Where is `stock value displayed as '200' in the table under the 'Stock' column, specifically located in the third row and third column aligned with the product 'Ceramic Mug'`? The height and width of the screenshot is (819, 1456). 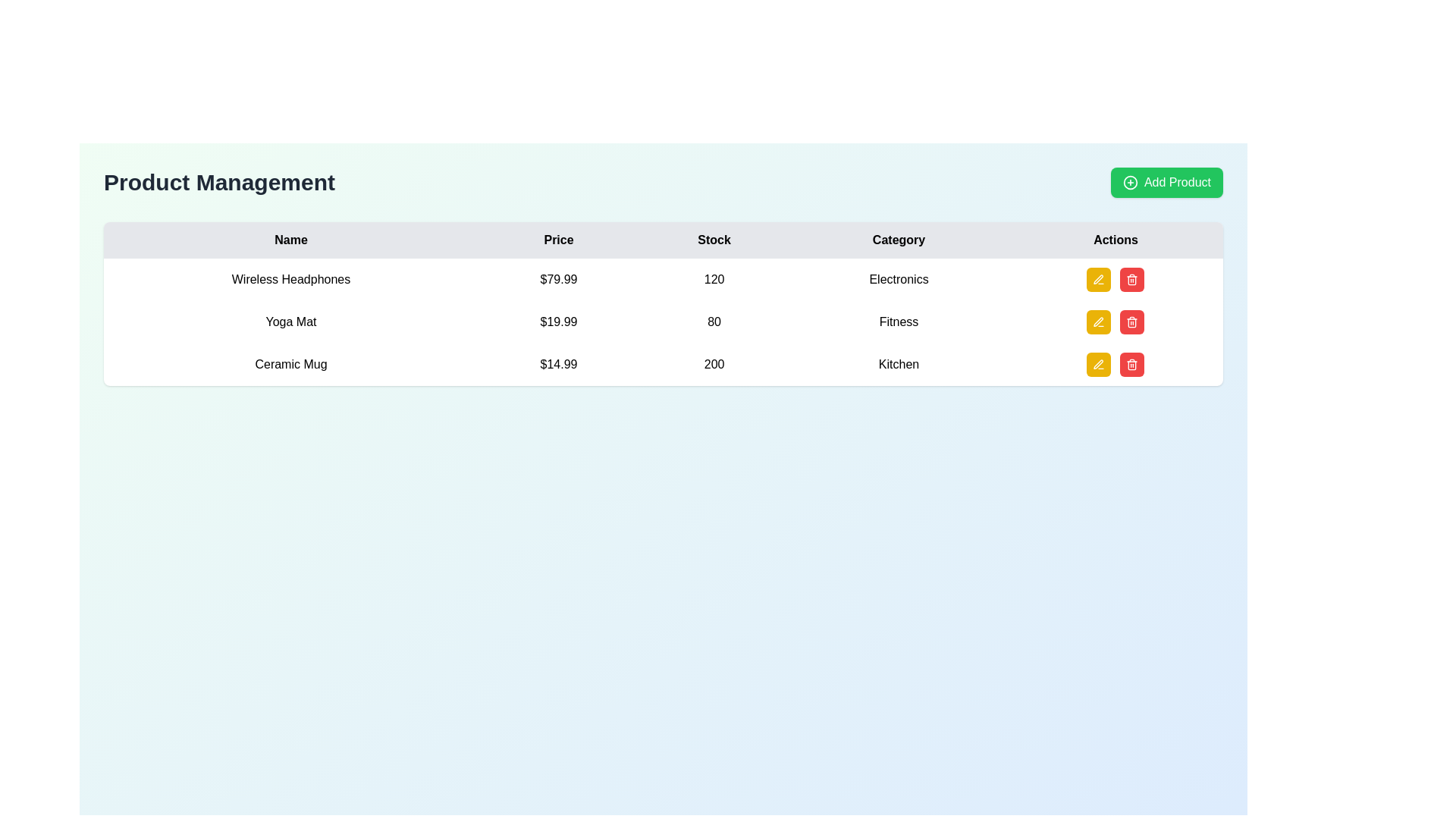 stock value displayed as '200' in the table under the 'Stock' column, specifically located in the third row and third column aligned with the product 'Ceramic Mug' is located at coordinates (714, 365).